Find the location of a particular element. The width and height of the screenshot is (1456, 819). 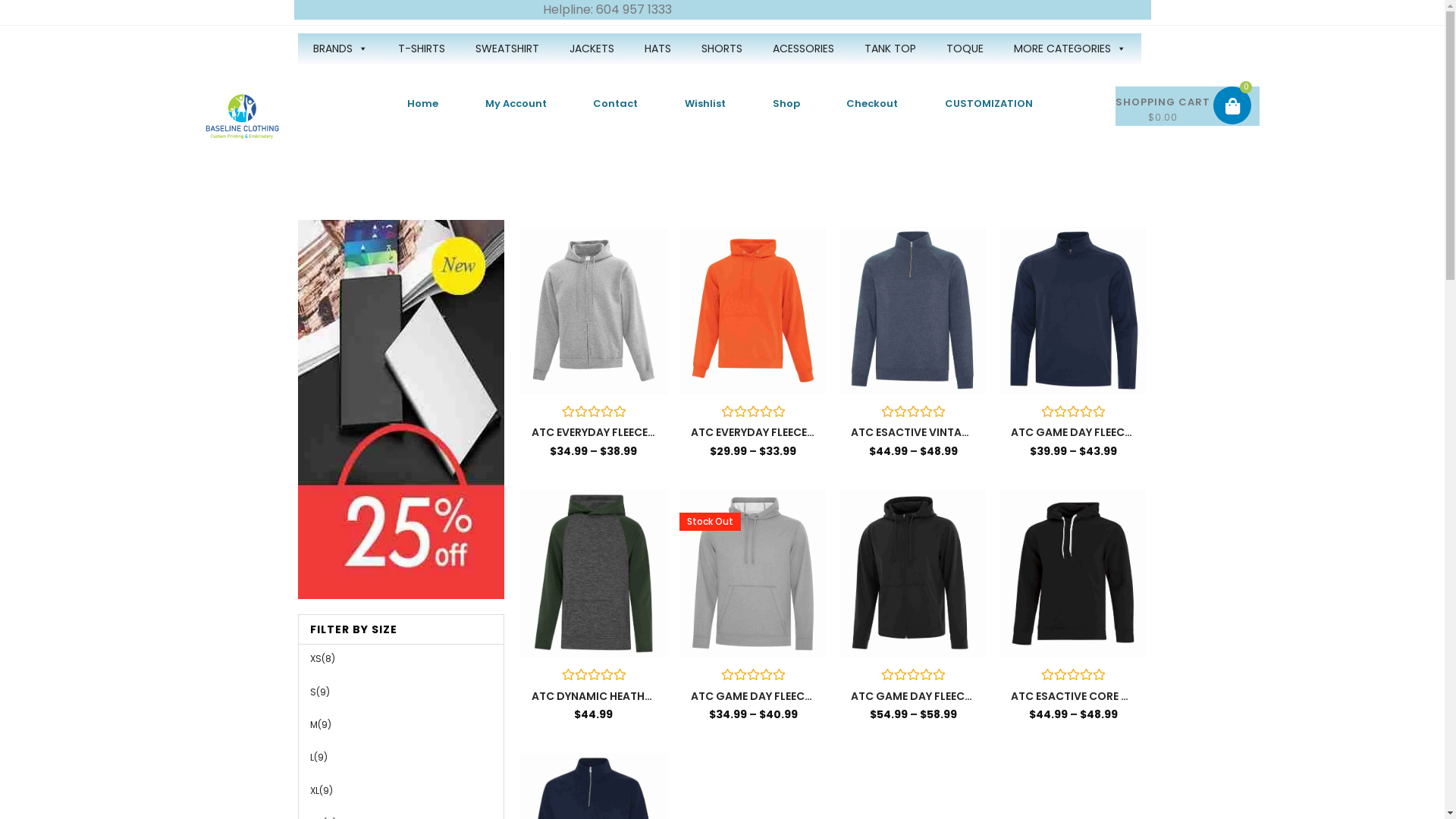

'MORE CATEGORIES' is located at coordinates (1068, 48).